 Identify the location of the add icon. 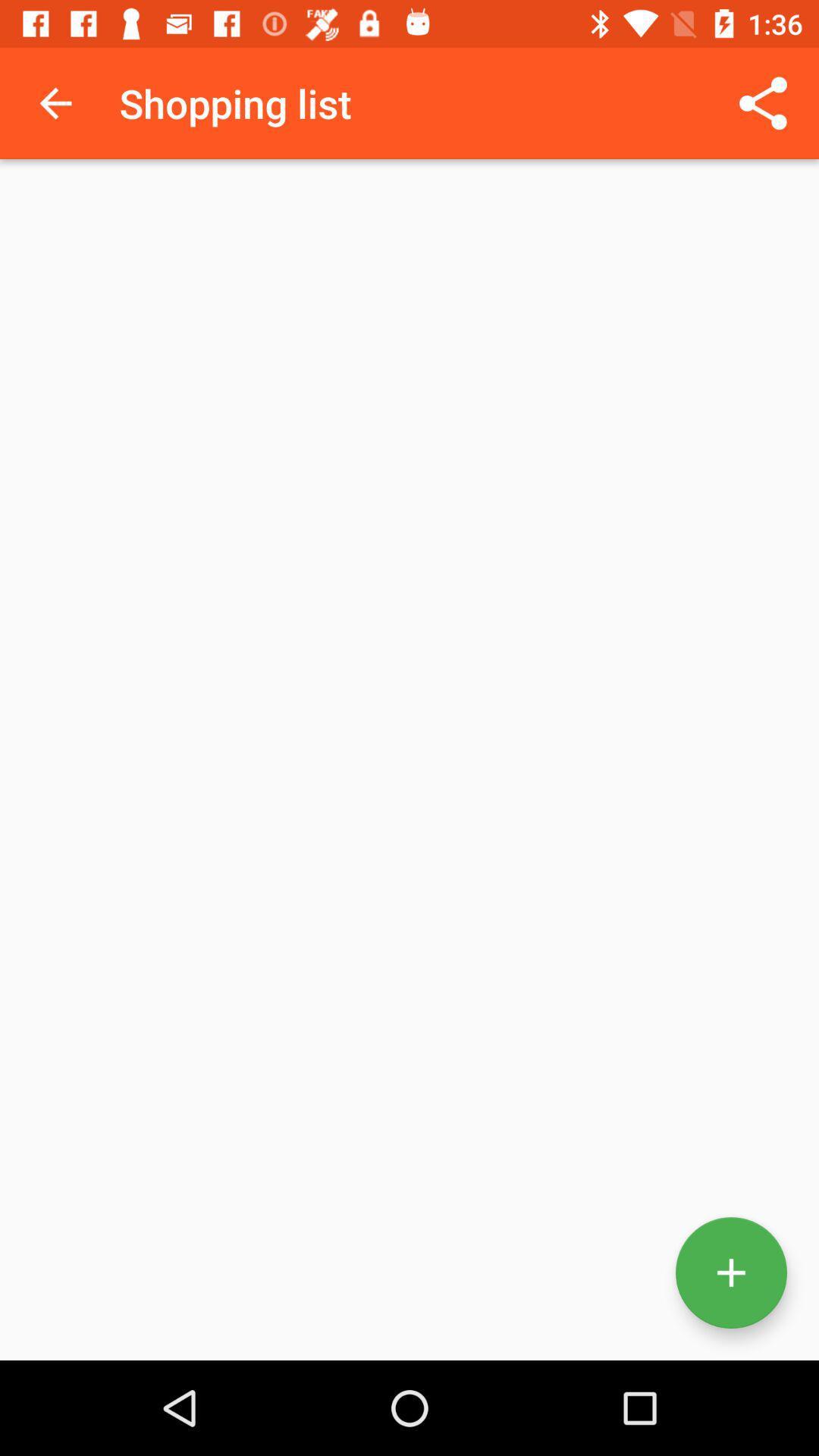
(730, 1272).